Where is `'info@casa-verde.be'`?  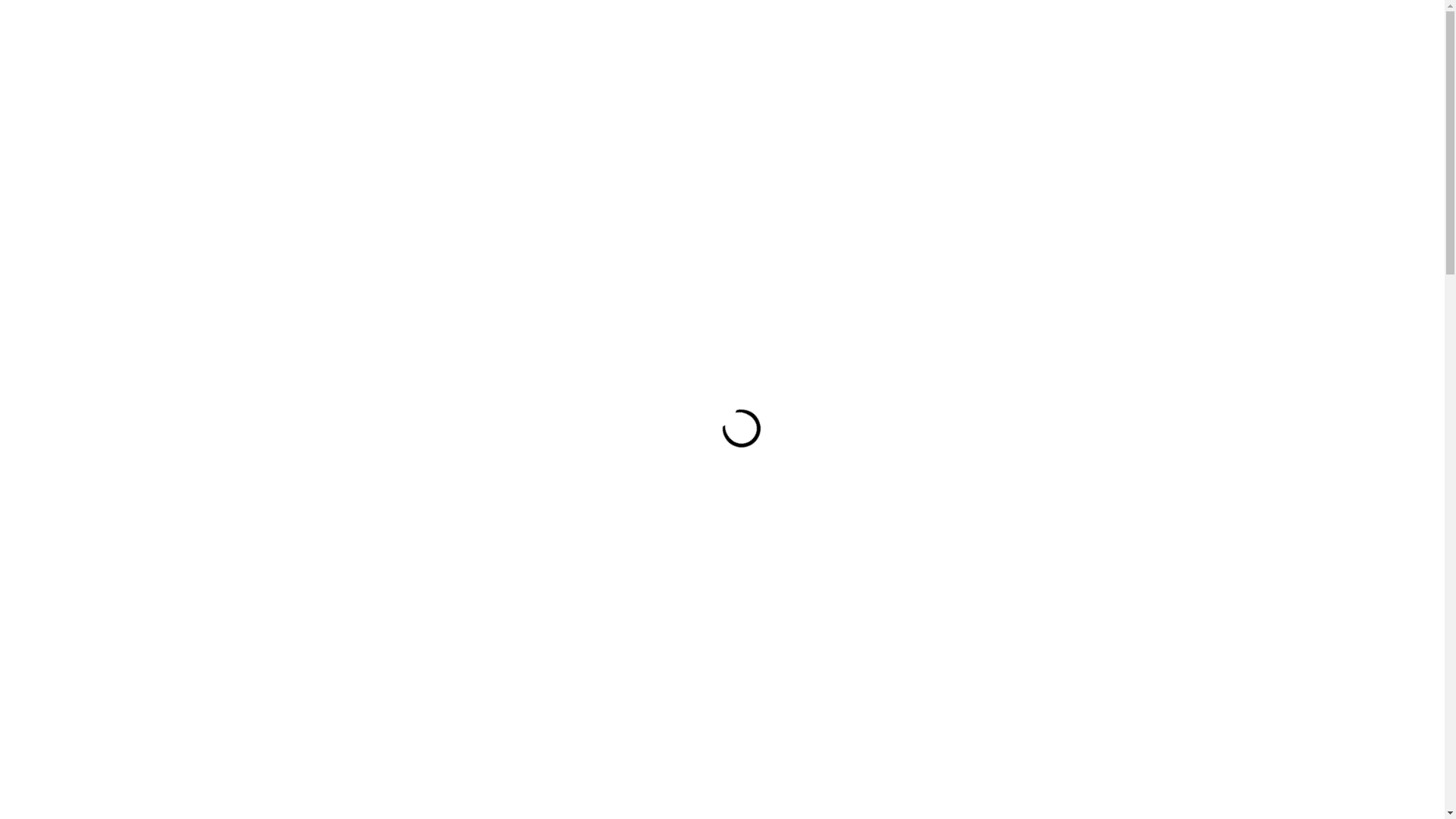
'info@casa-verde.be' is located at coordinates (728, 52).